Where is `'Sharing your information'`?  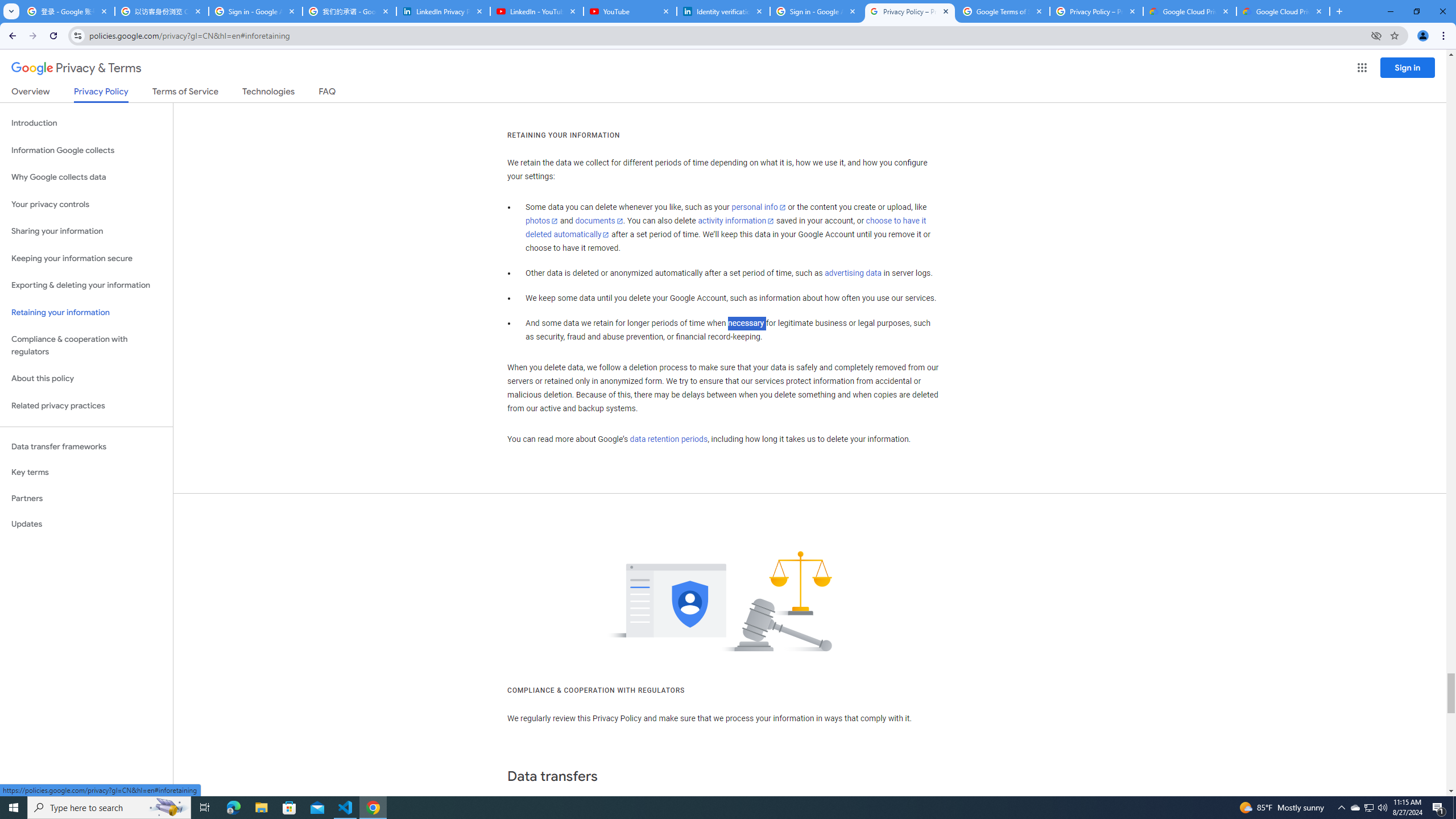
'Sharing your information' is located at coordinates (86, 230).